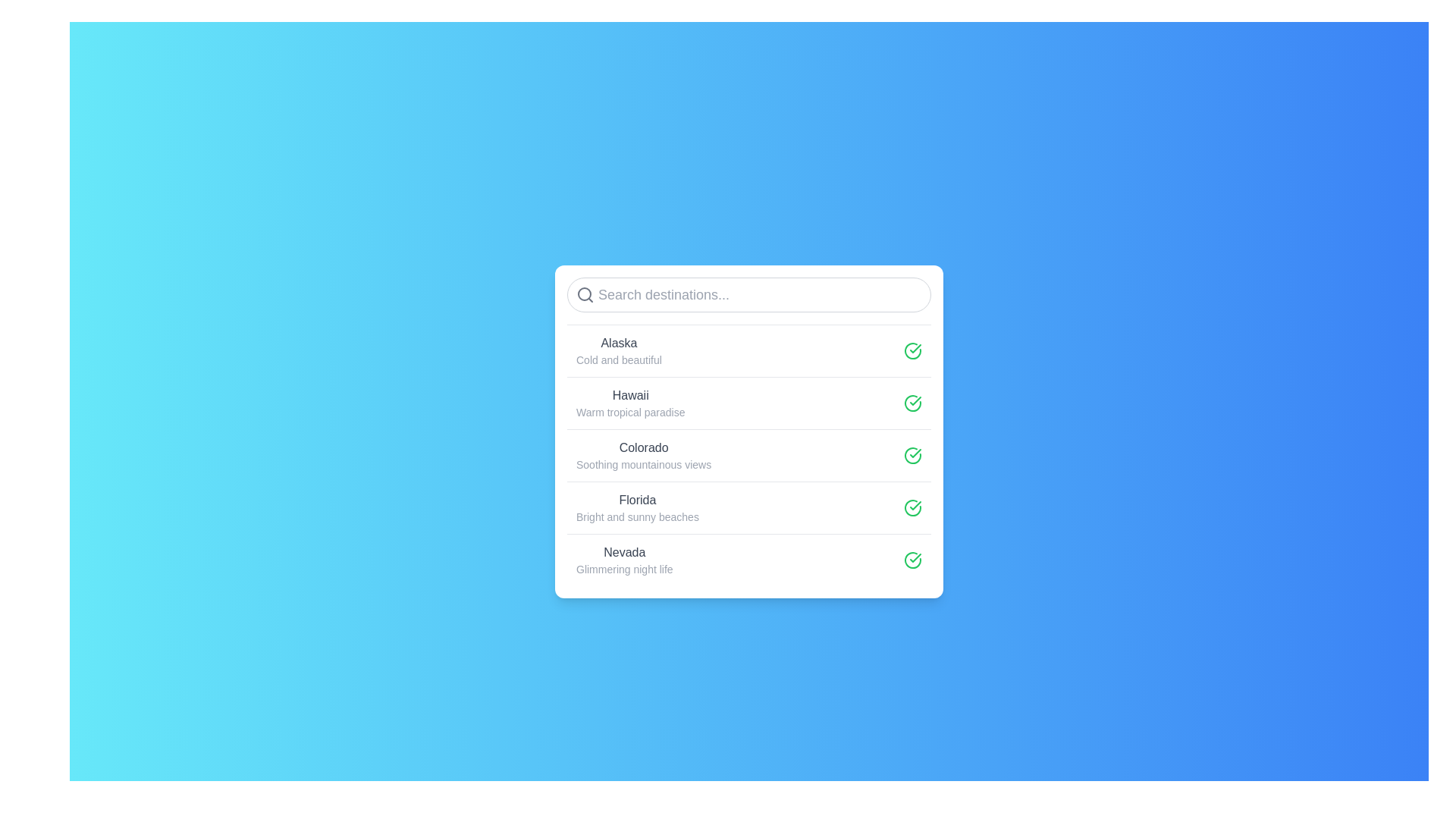 This screenshot has height=819, width=1456. I want to click on the text label identifying the destination 'Colorado' to receive interaction feedback, so click(644, 447).